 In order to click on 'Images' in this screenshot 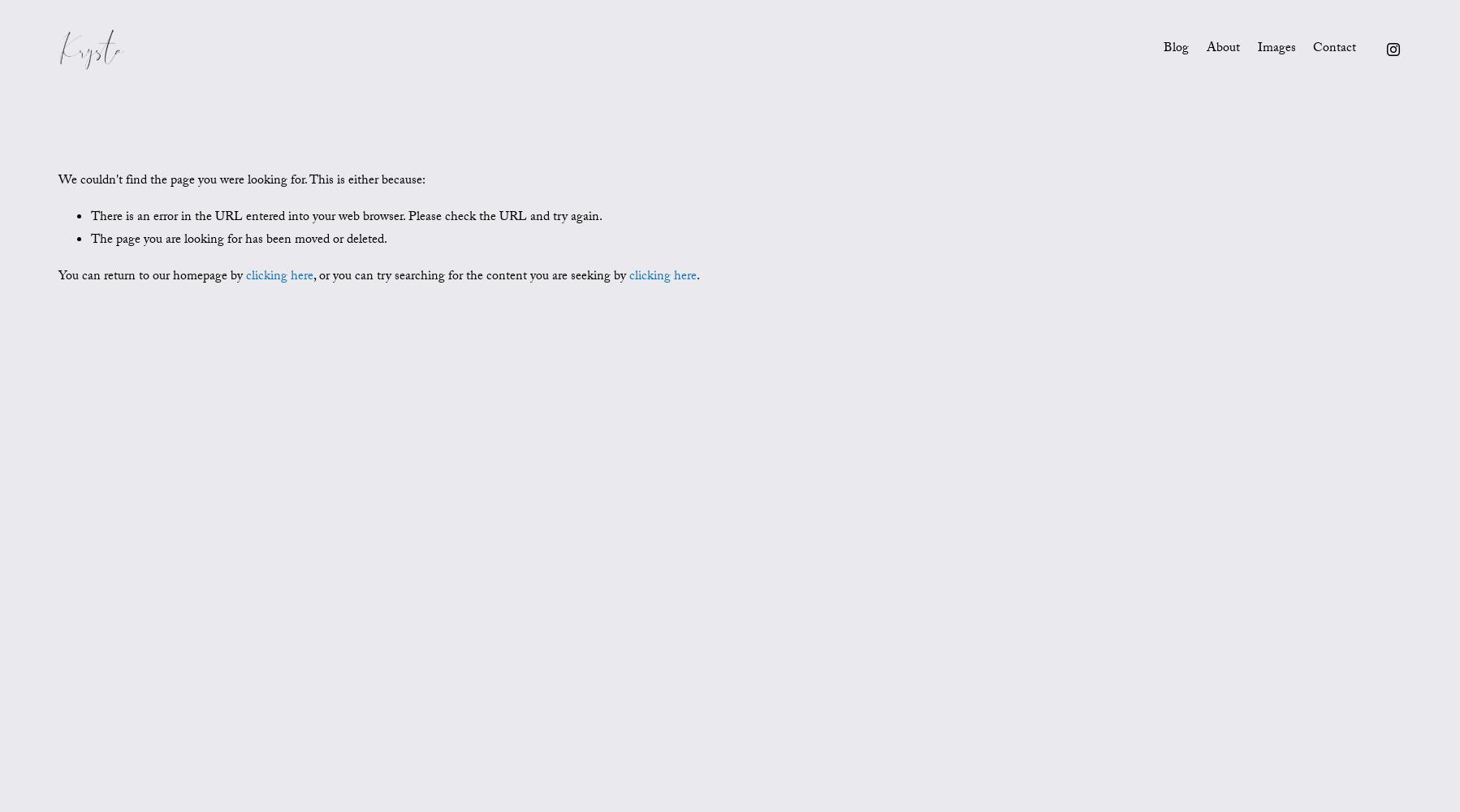, I will do `click(1275, 48)`.